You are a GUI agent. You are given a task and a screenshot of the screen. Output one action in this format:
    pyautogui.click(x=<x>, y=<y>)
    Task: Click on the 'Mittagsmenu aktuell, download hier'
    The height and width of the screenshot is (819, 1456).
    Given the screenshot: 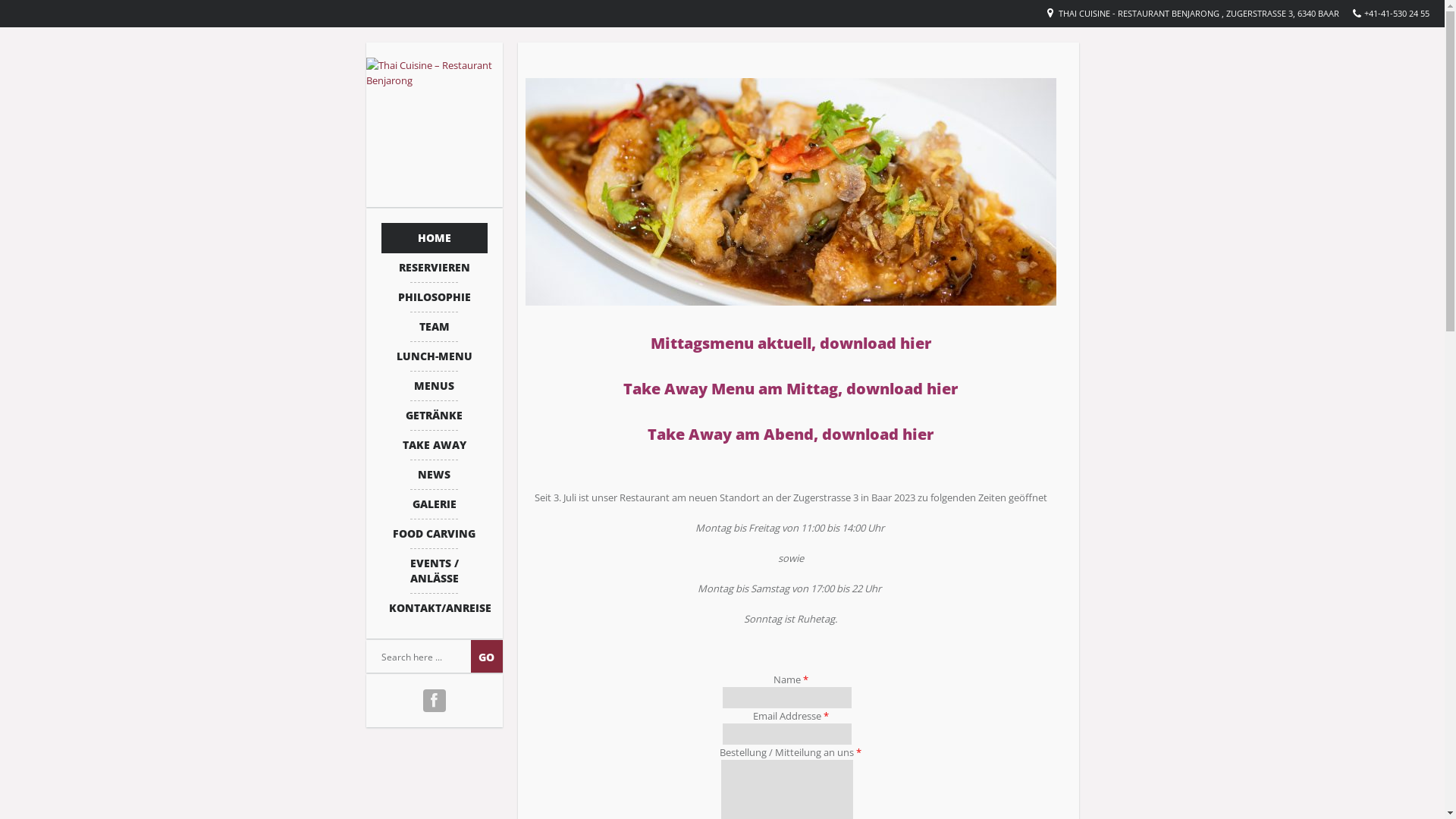 What is the action you would take?
    pyautogui.click(x=789, y=343)
    